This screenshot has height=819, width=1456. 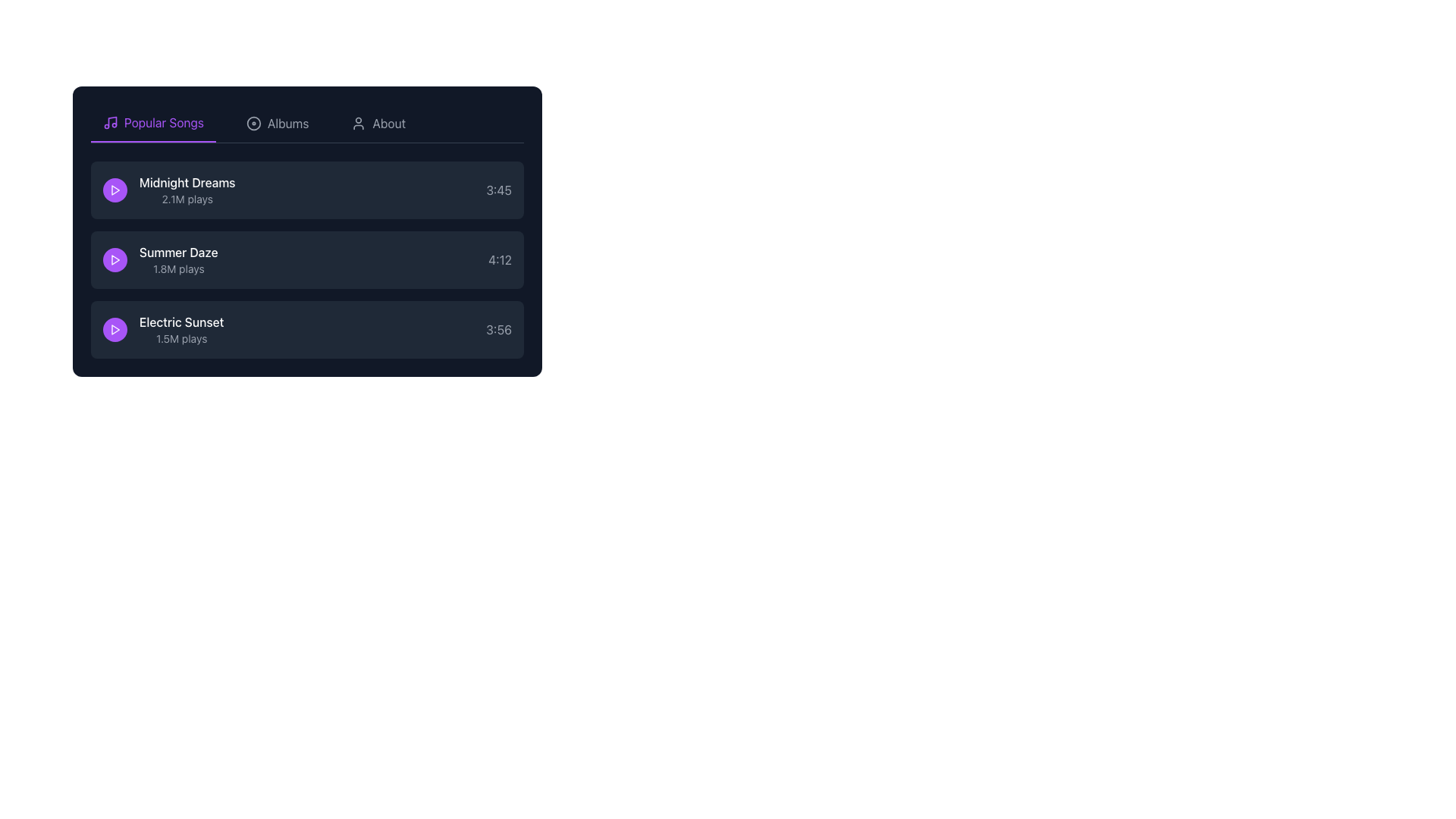 What do you see at coordinates (115, 189) in the screenshot?
I see `the button located at the leftmost side of the 'Midnight Dreams' song row to initiate playback of the song` at bounding box center [115, 189].